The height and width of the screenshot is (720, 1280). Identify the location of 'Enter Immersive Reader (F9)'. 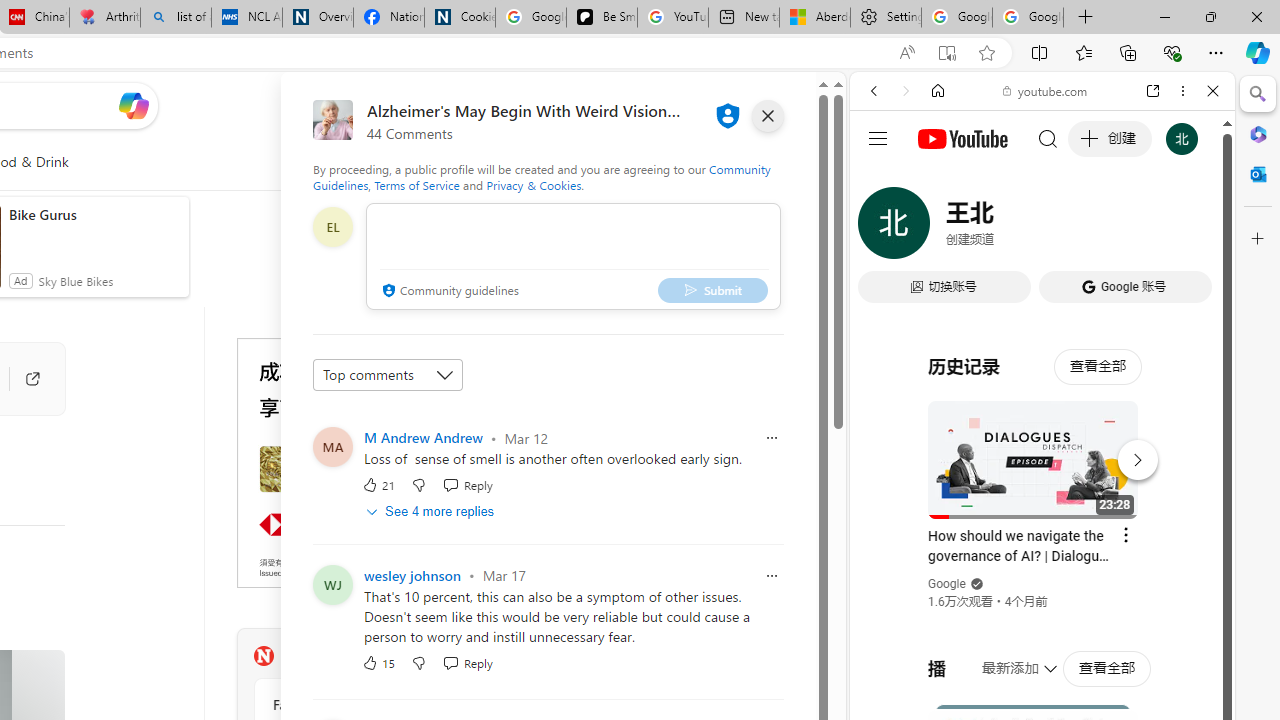
(945, 52).